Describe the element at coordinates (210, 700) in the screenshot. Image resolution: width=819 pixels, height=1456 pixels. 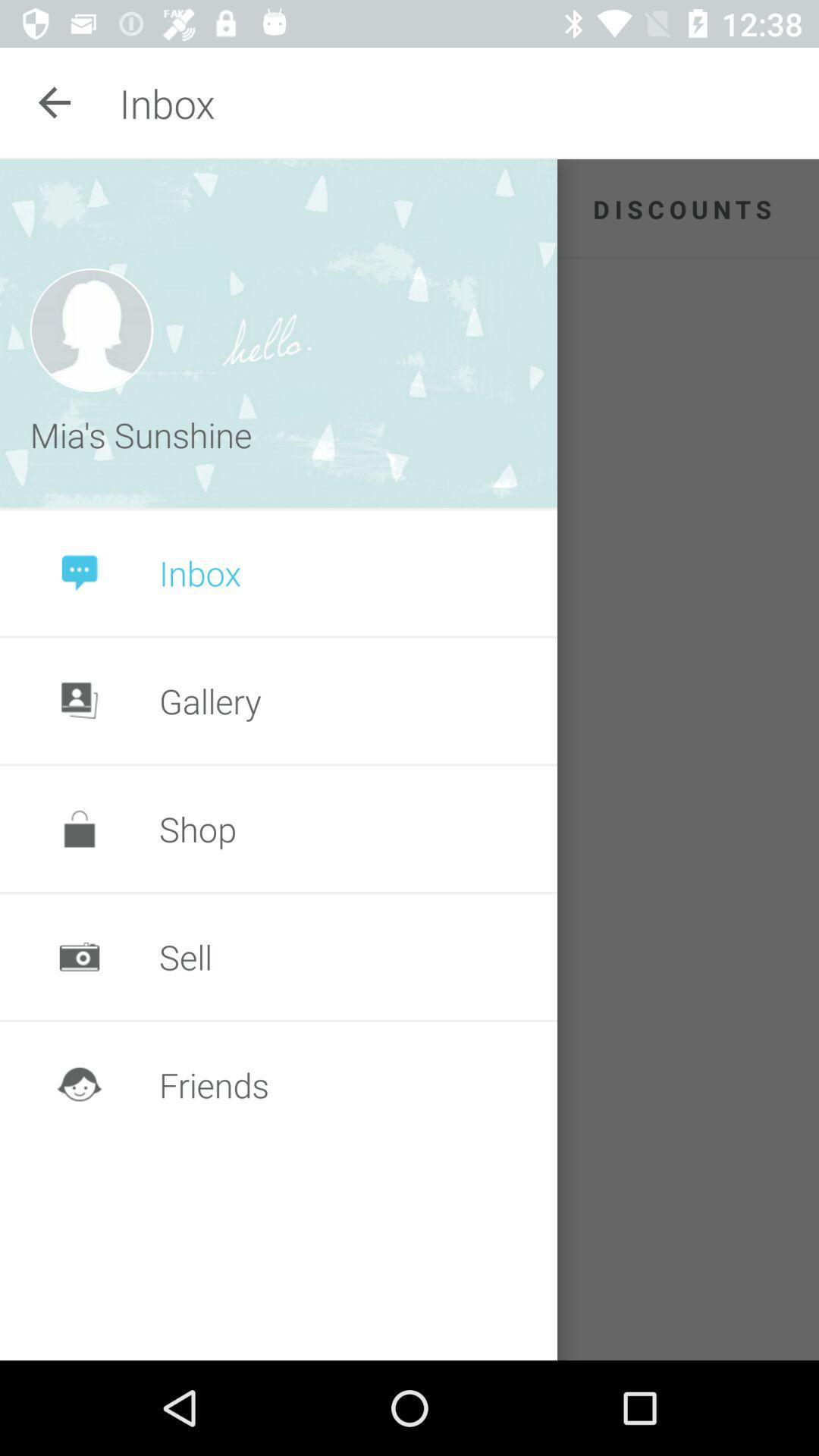
I see `the gallery item` at that location.